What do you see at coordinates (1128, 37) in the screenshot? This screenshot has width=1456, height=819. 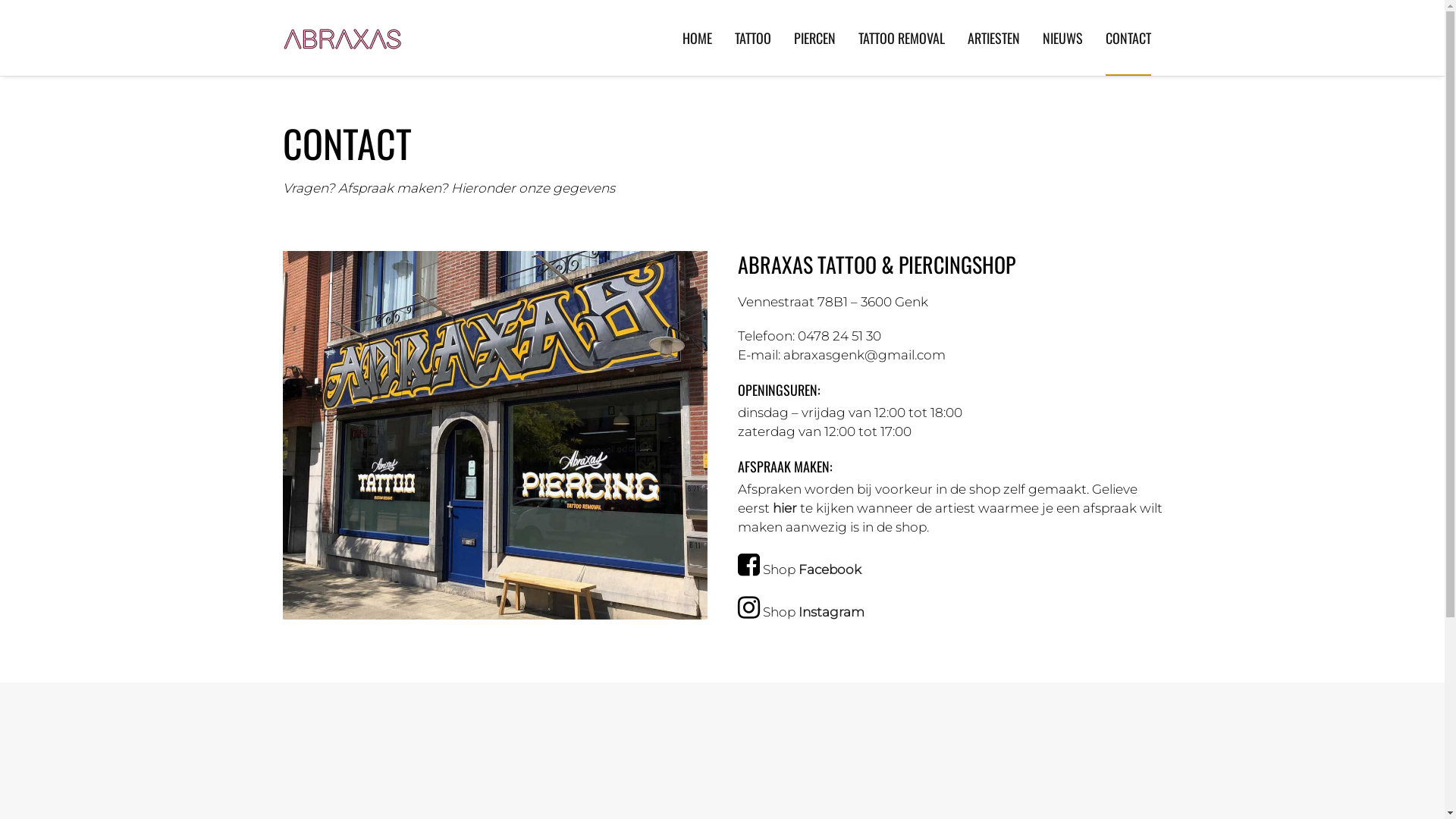 I see `'CONTACT'` at bounding box center [1128, 37].